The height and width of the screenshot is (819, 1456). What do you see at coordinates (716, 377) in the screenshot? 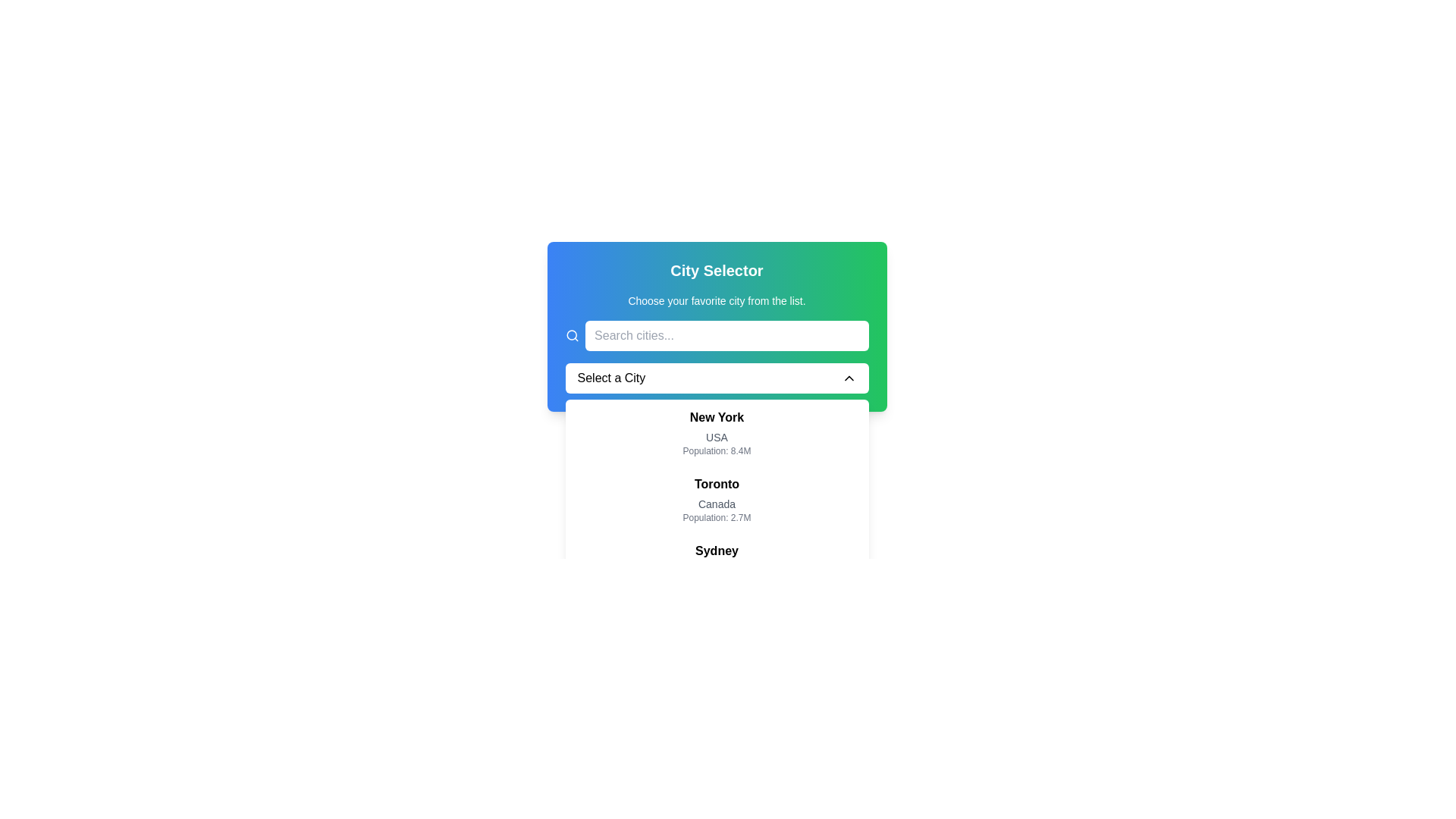
I see `the rectangular dropdown menu labeled 'Select a City'` at bounding box center [716, 377].